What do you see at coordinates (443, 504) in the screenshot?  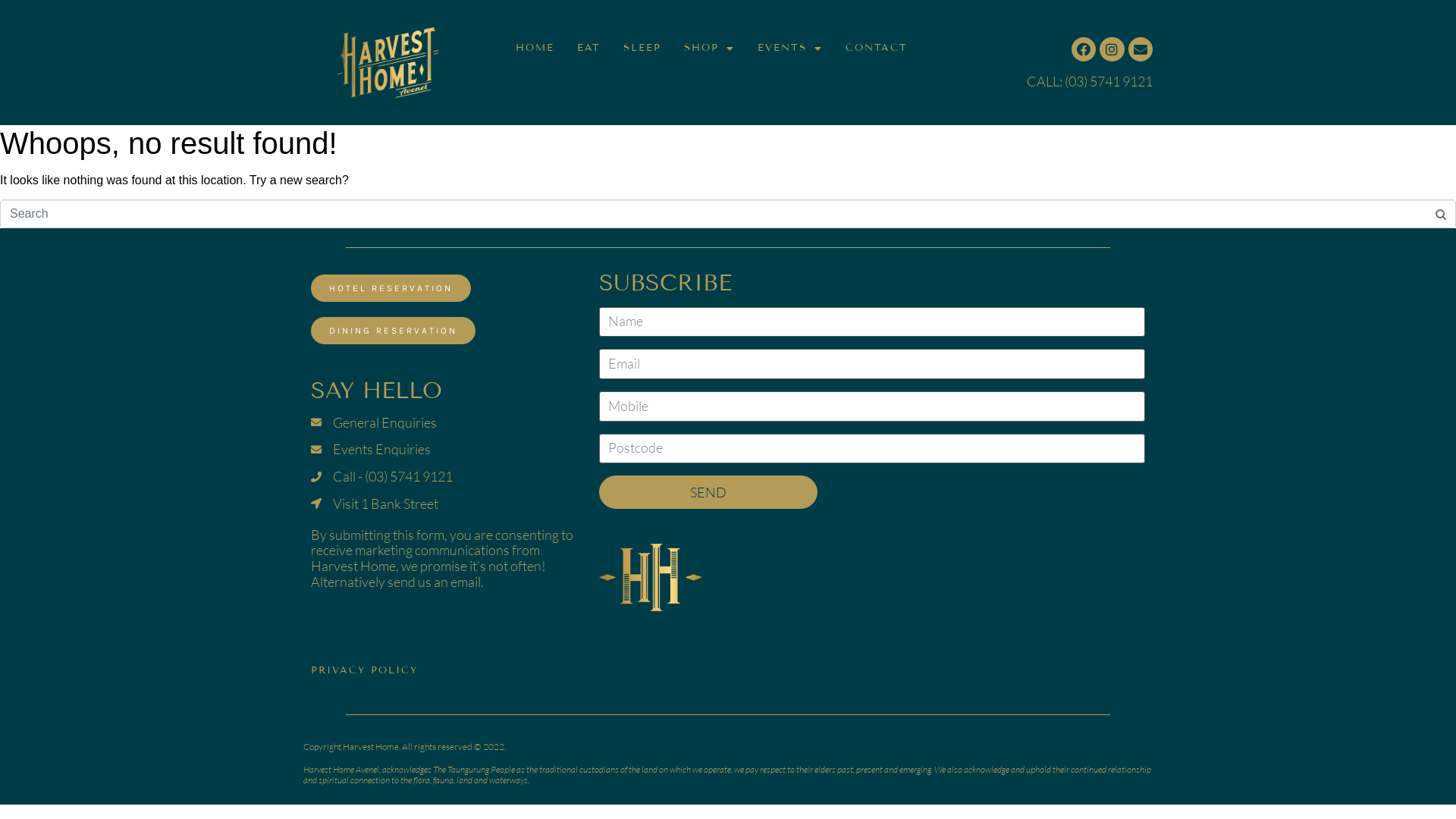 I see `'Visit 1 Bank Street'` at bounding box center [443, 504].